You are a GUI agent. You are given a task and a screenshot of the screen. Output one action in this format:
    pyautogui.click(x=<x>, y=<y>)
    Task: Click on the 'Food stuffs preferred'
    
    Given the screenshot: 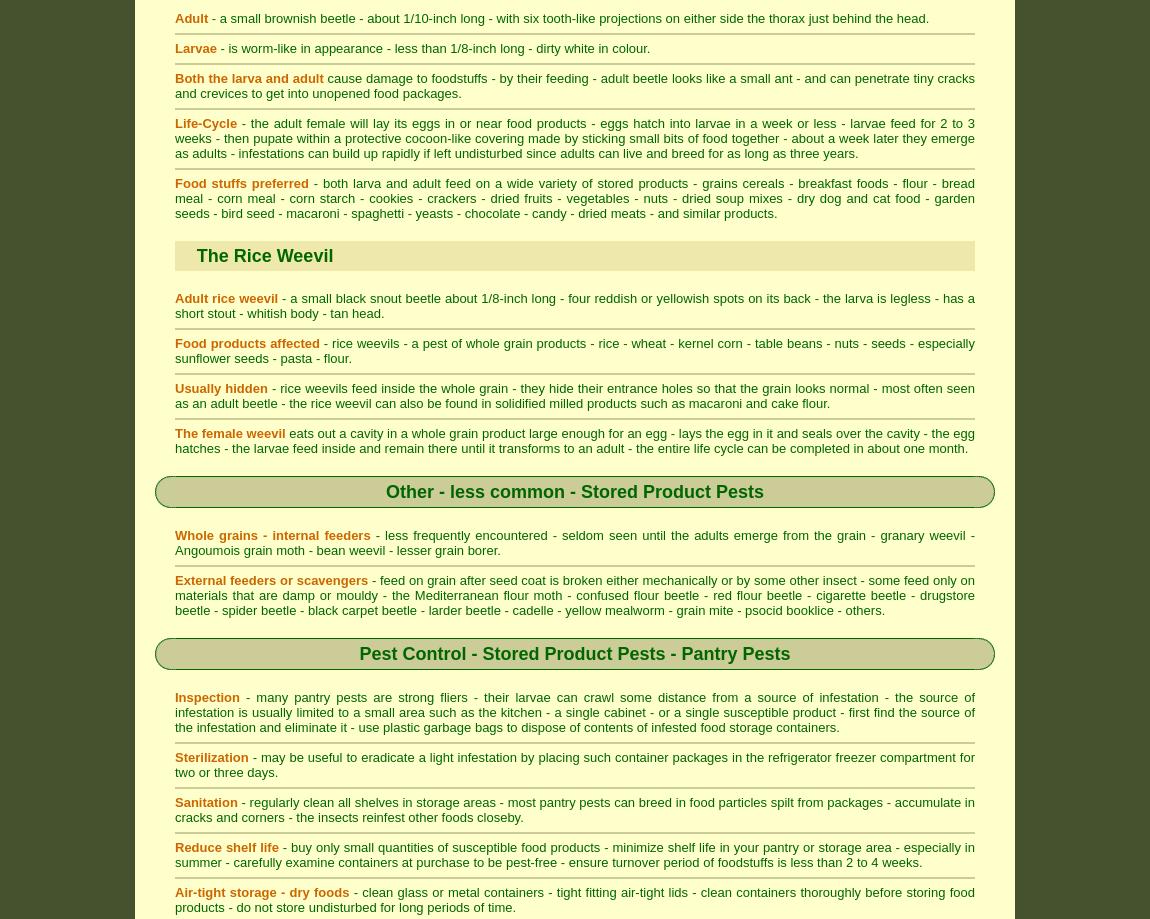 What is the action you would take?
    pyautogui.click(x=240, y=182)
    